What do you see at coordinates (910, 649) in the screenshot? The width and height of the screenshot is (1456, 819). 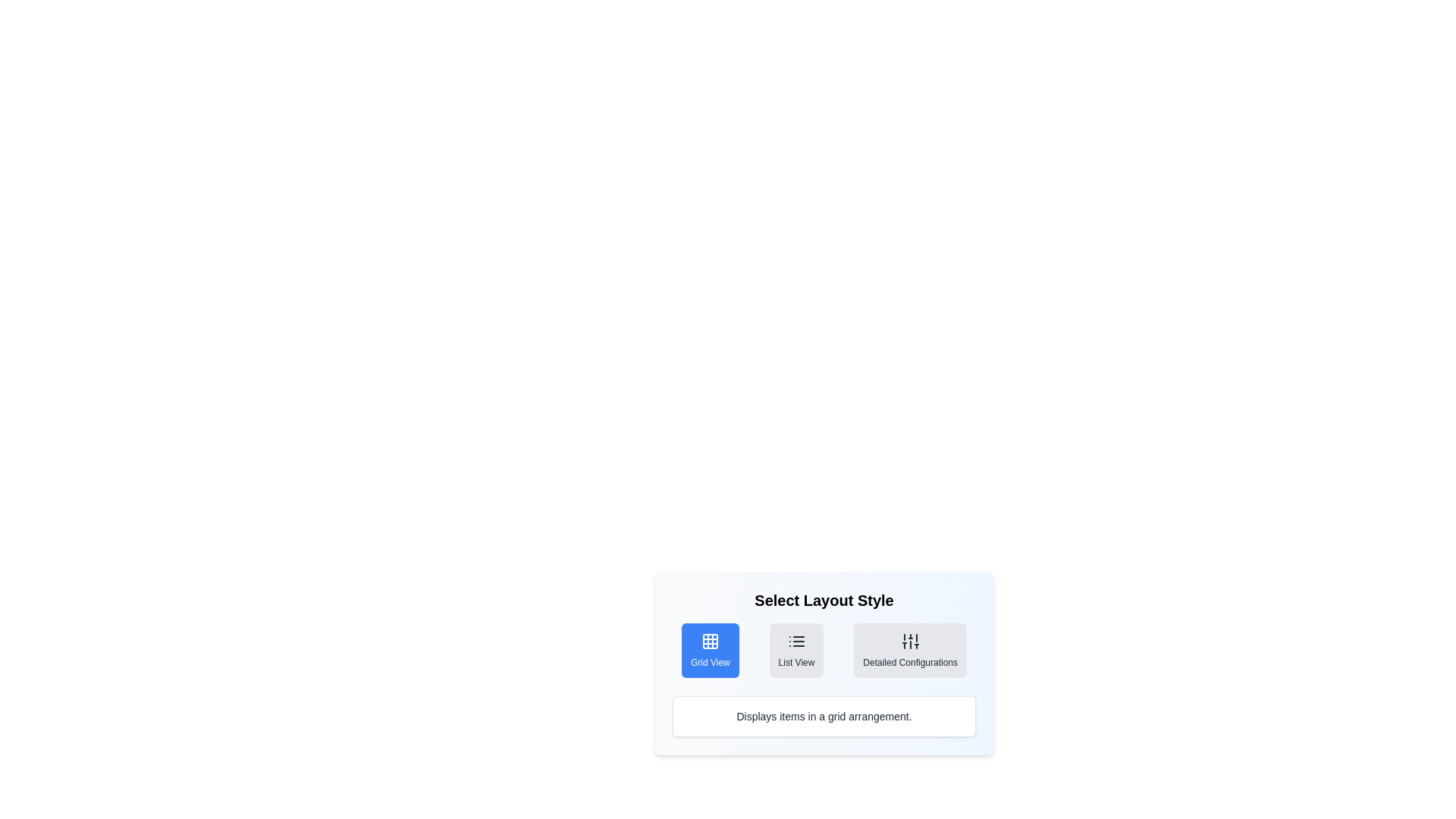 I see `the layout style button for Detailed Configurations` at bounding box center [910, 649].